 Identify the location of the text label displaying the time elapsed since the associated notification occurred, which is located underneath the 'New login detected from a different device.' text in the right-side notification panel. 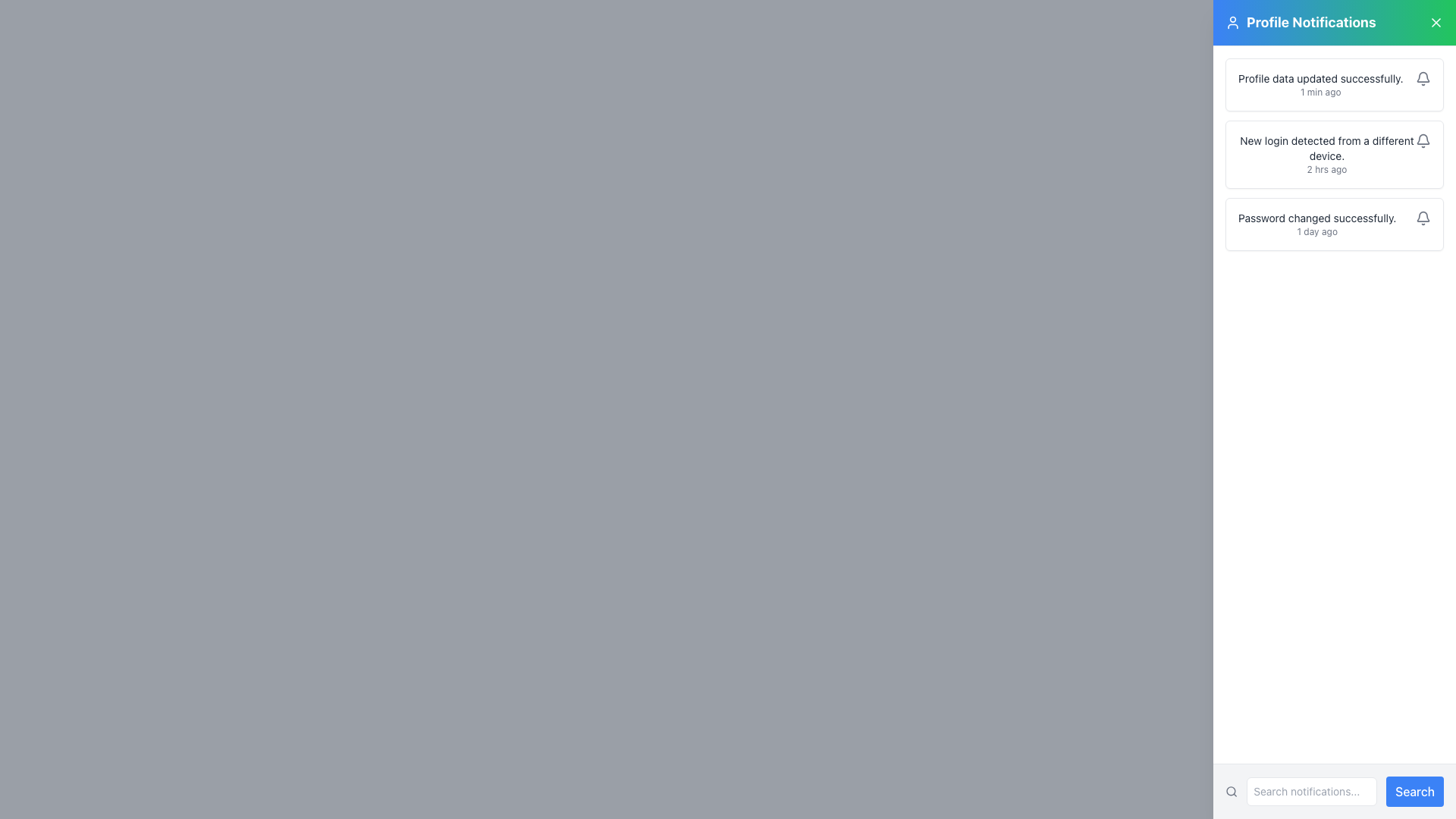
(1326, 169).